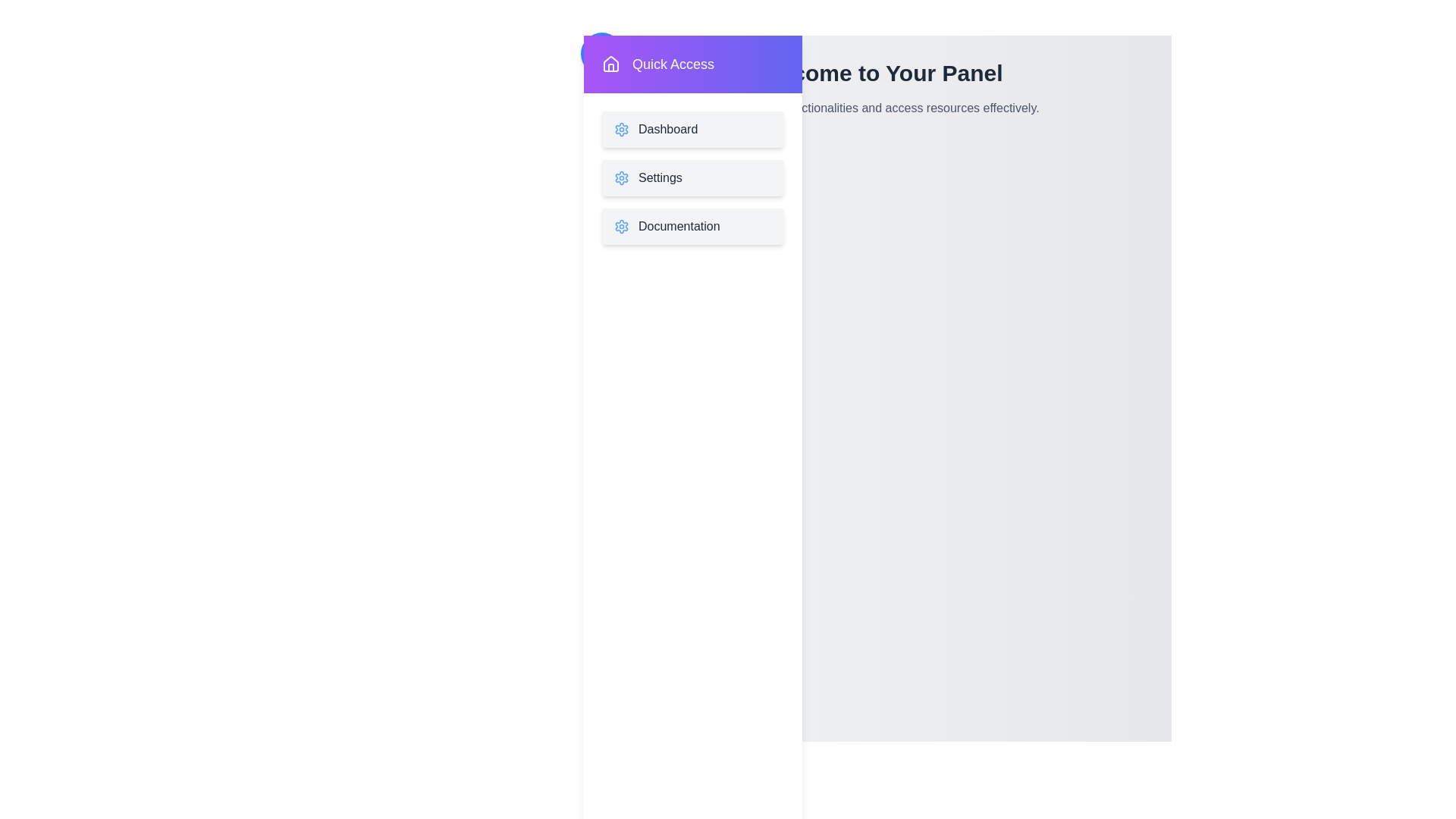  Describe the element at coordinates (601, 52) in the screenshot. I see `the toggle button located at the top-left corner of the screen to toggle the drawer's state` at that location.